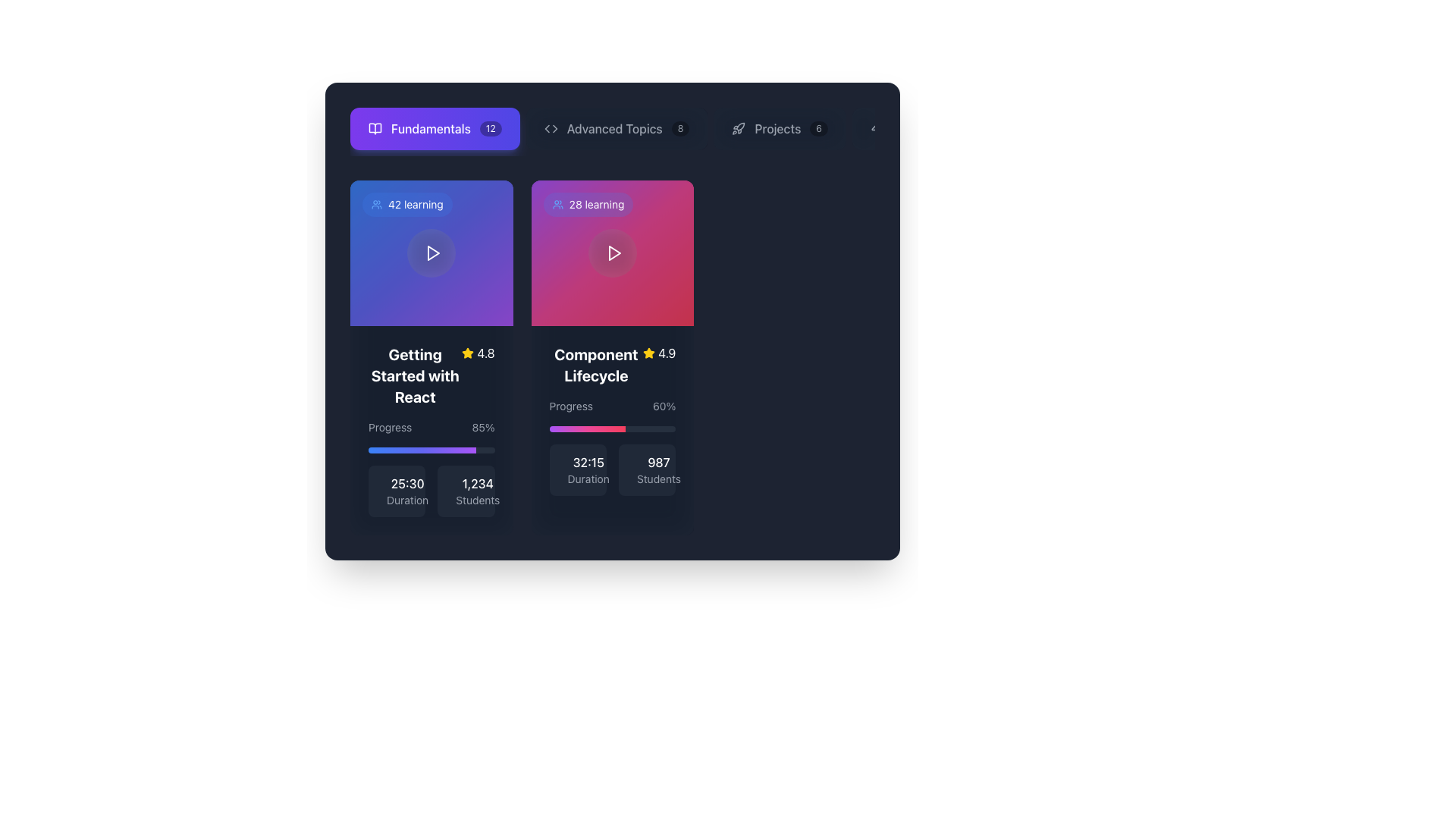 Image resolution: width=1456 pixels, height=819 pixels. Describe the element at coordinates (557, 205) in the screenshot. I see `the small decorative icon that indicates the number of learners participating in the related learning module, located at the top-left corner of the second card titled 'Component Lifecycle'` at that location.